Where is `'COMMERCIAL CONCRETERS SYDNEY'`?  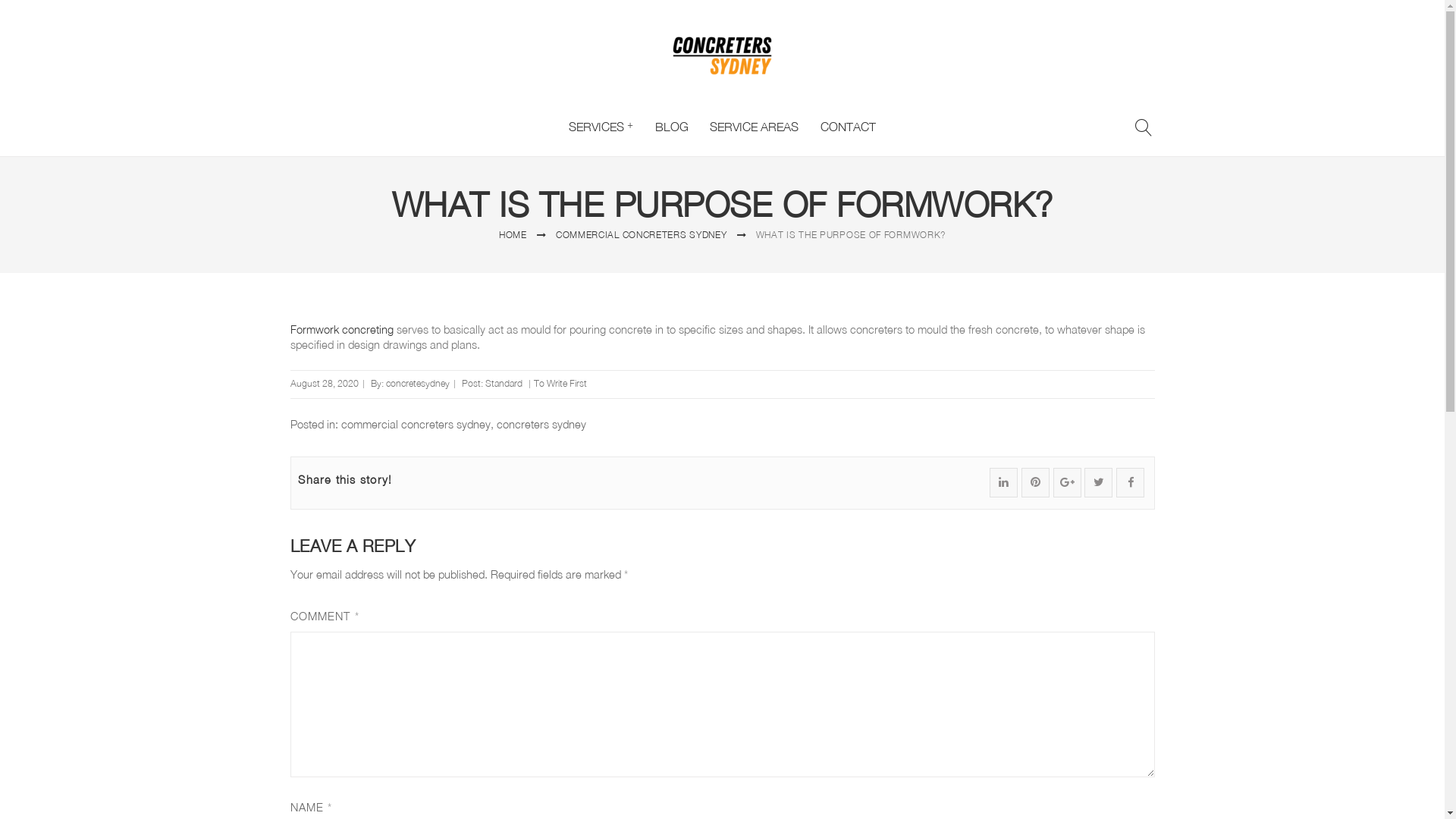
'COMMERCIAL CONCRETERS SYDNEY' is located at coordinates (641, 234).